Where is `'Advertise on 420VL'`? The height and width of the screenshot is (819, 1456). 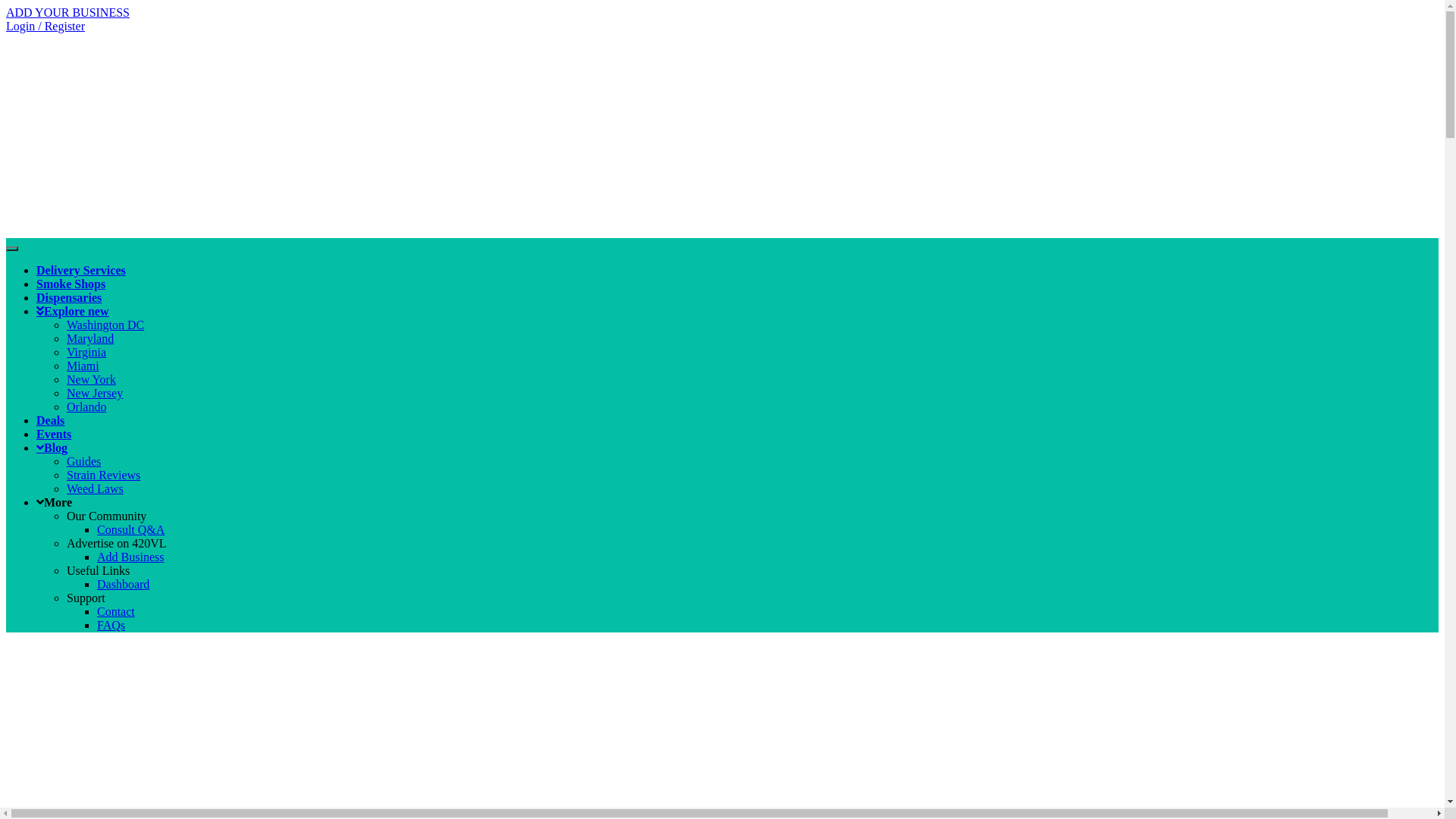
'Advertise on 420VL' is located at coordinates (115, 542).